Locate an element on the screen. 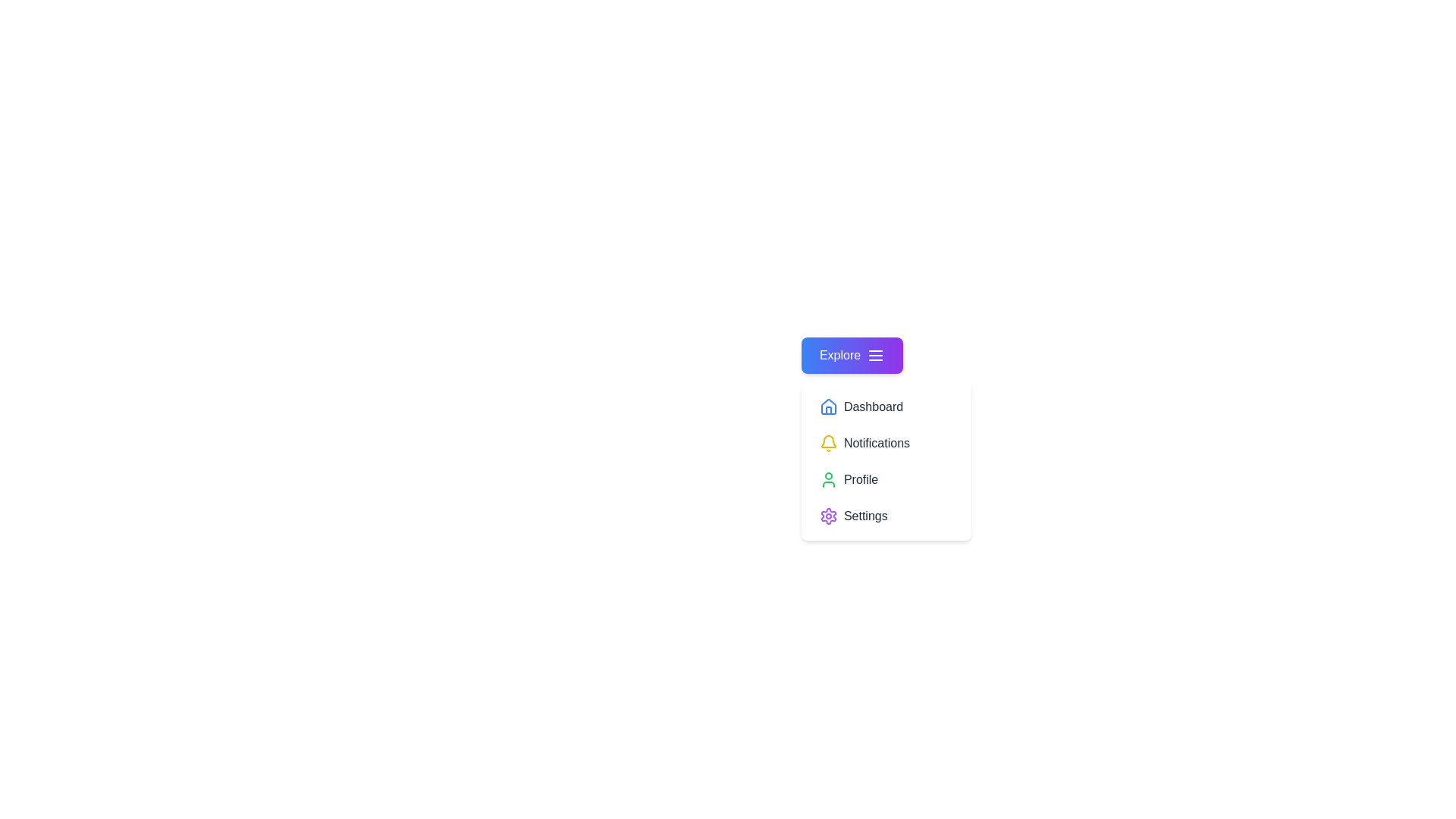 The width and height of the screenshot is (1456, 819). the 'Explore' button to toggle the menu visibility is located at coordinates (852, 356).